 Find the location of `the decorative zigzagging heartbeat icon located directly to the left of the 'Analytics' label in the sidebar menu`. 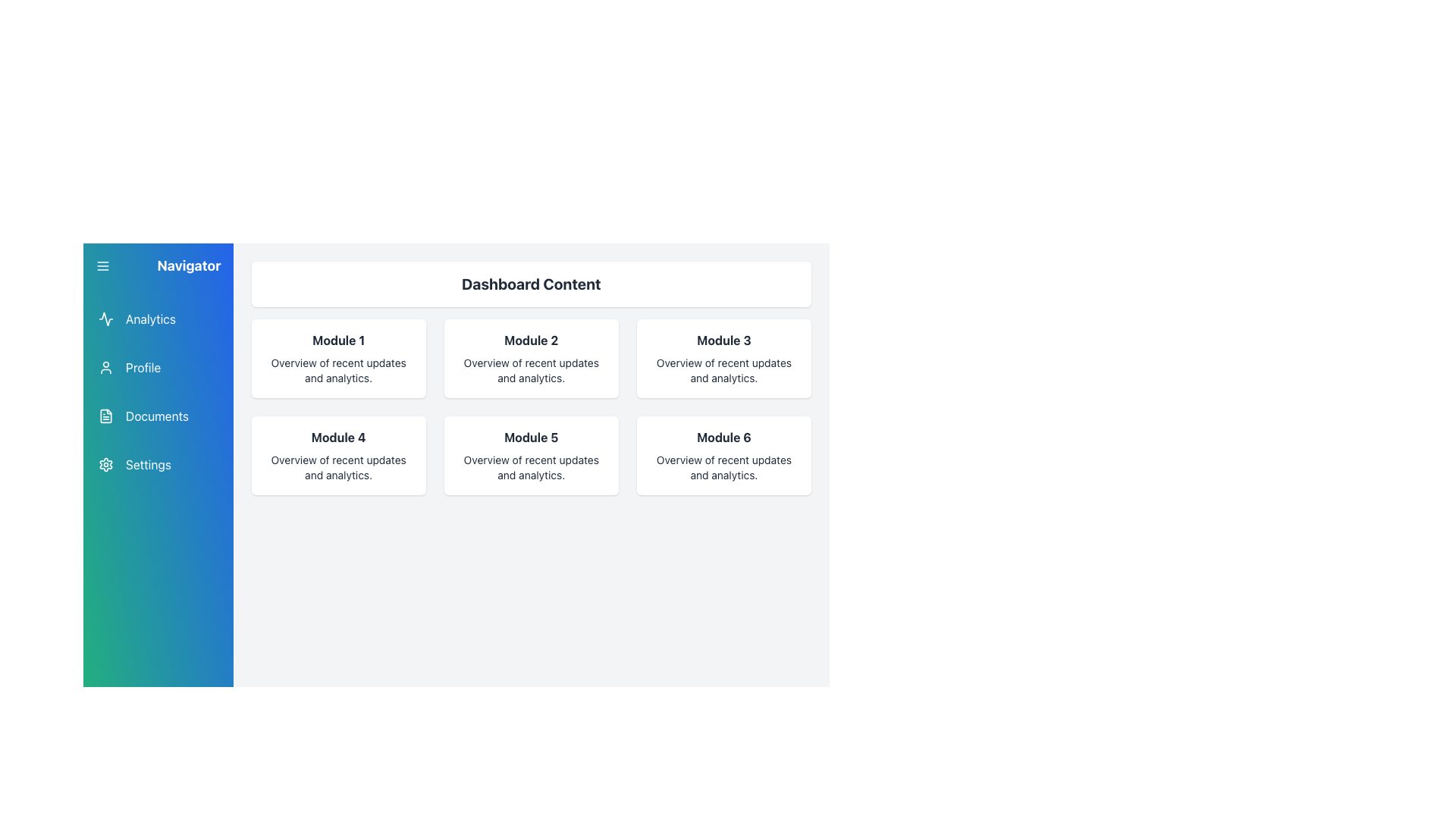

the decorative zigzagging heartbeat icon located directly to the left of the 'Analytics' label in the sidebar menu is located at coordinates (105, 318).